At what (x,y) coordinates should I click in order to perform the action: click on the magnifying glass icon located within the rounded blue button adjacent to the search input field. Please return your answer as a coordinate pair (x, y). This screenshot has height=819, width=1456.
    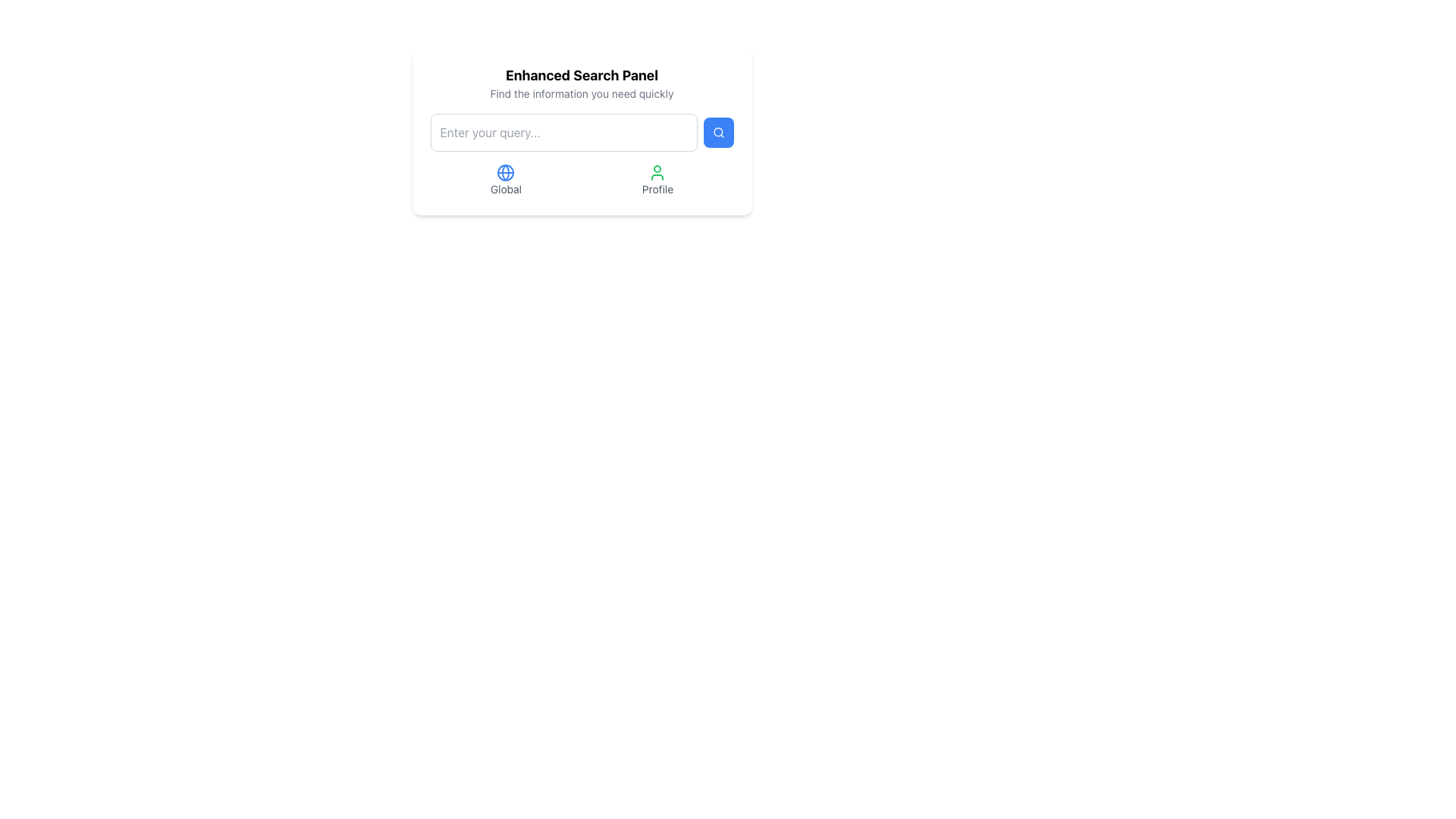
    Looking at the image, I should click on (717, 131).